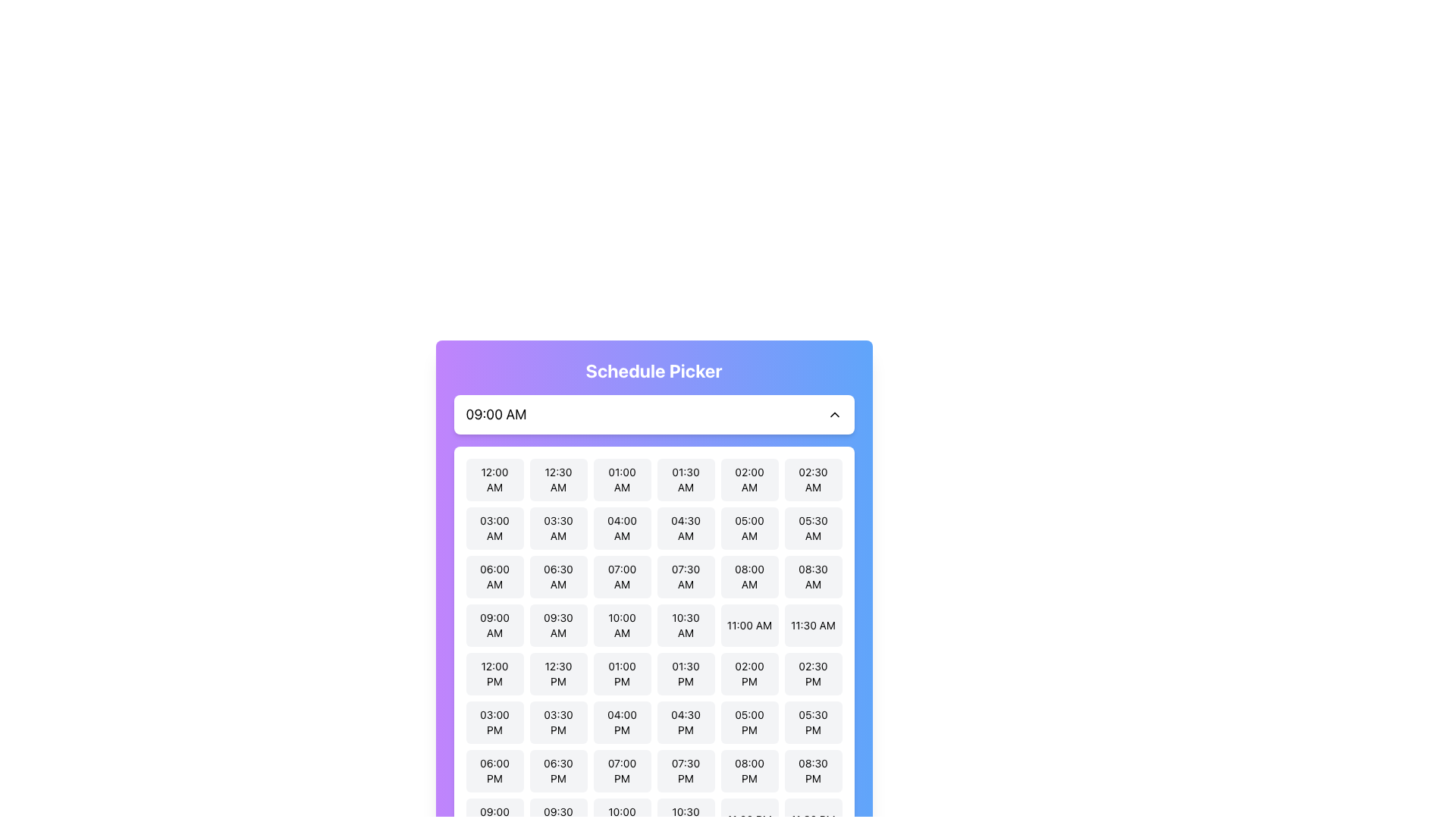 The image size is (1456, 819). Describe the element at coordinates (685, 626) in the screenshot. I see `the '10:30 AM' time slot button in the scheduling system` at that location.